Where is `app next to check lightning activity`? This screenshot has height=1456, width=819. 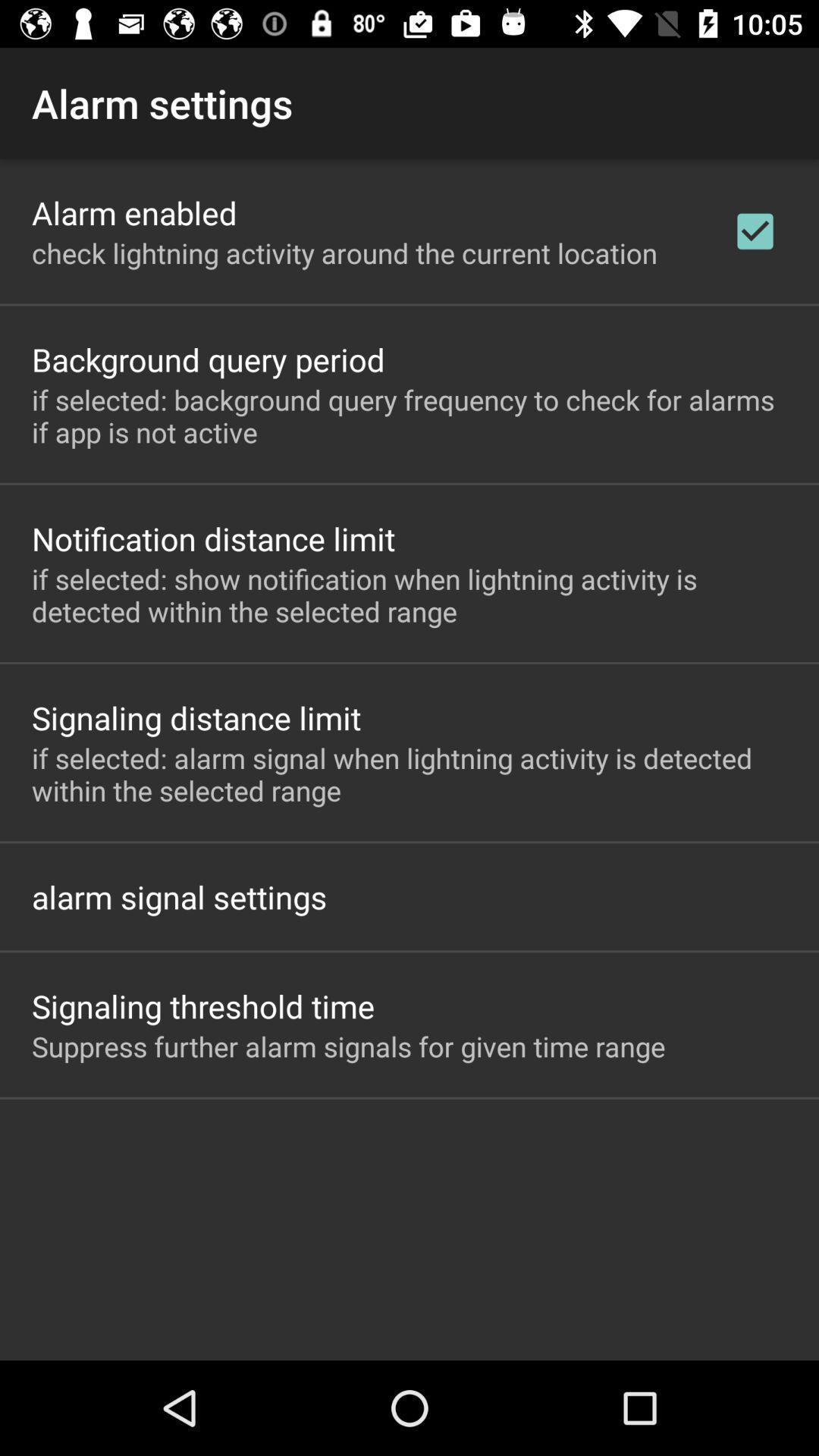
app next to check lightning activity is located at coordinates (755, 231).